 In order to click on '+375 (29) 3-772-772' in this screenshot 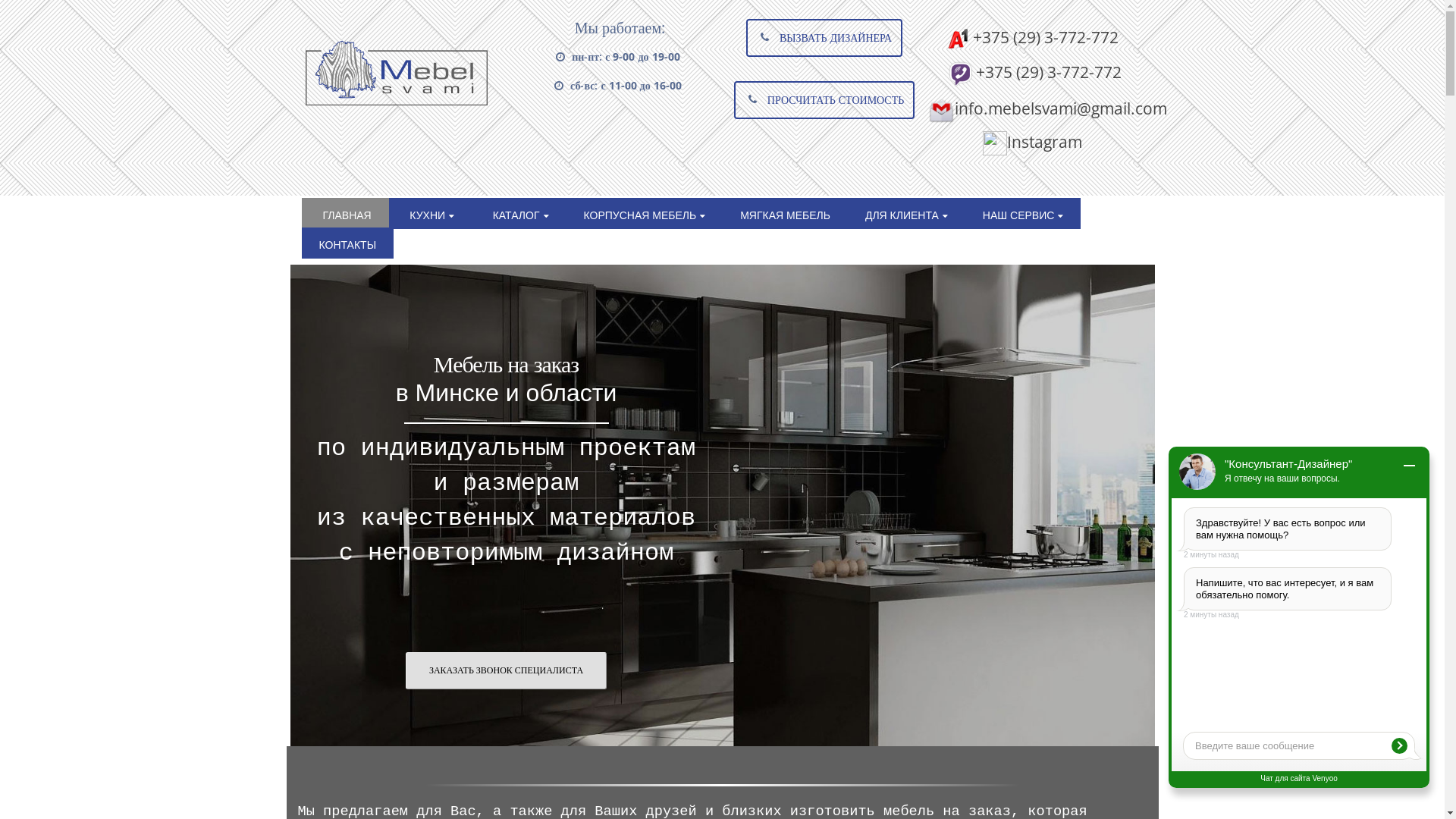, I will do `click(1032, 71)`.